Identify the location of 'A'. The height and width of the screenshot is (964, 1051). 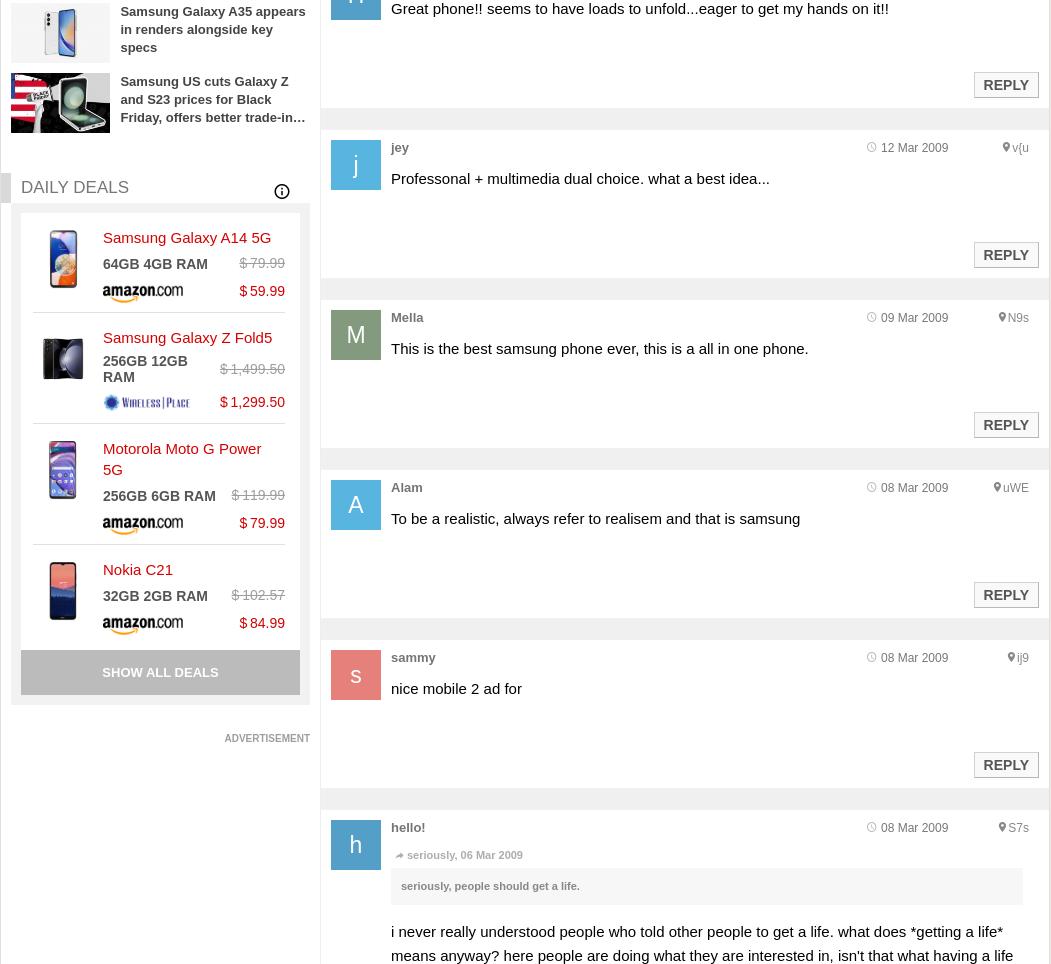
(355, 504).